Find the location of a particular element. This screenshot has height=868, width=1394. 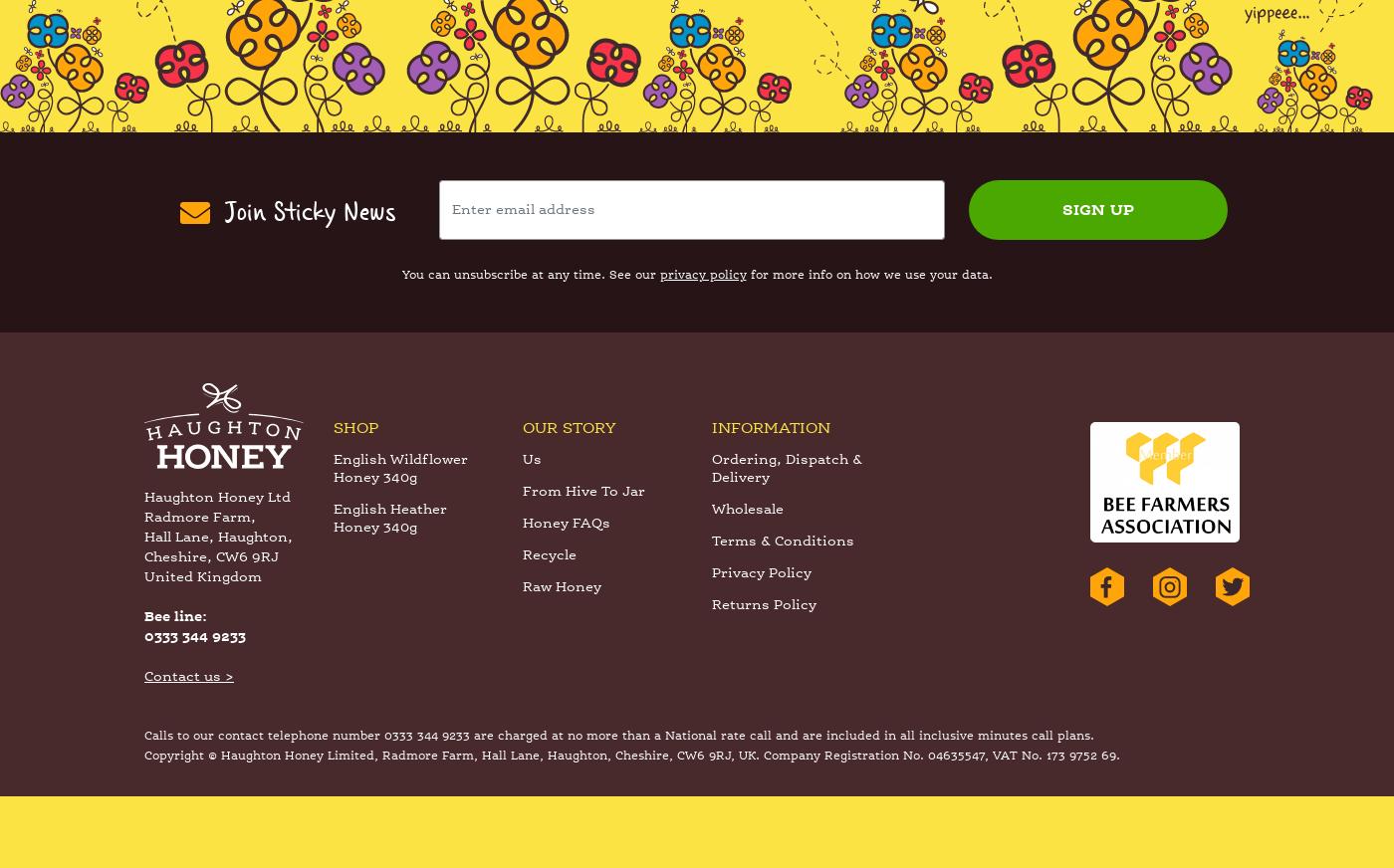

'Privacy Policy' is located at coordinates (761, 646).